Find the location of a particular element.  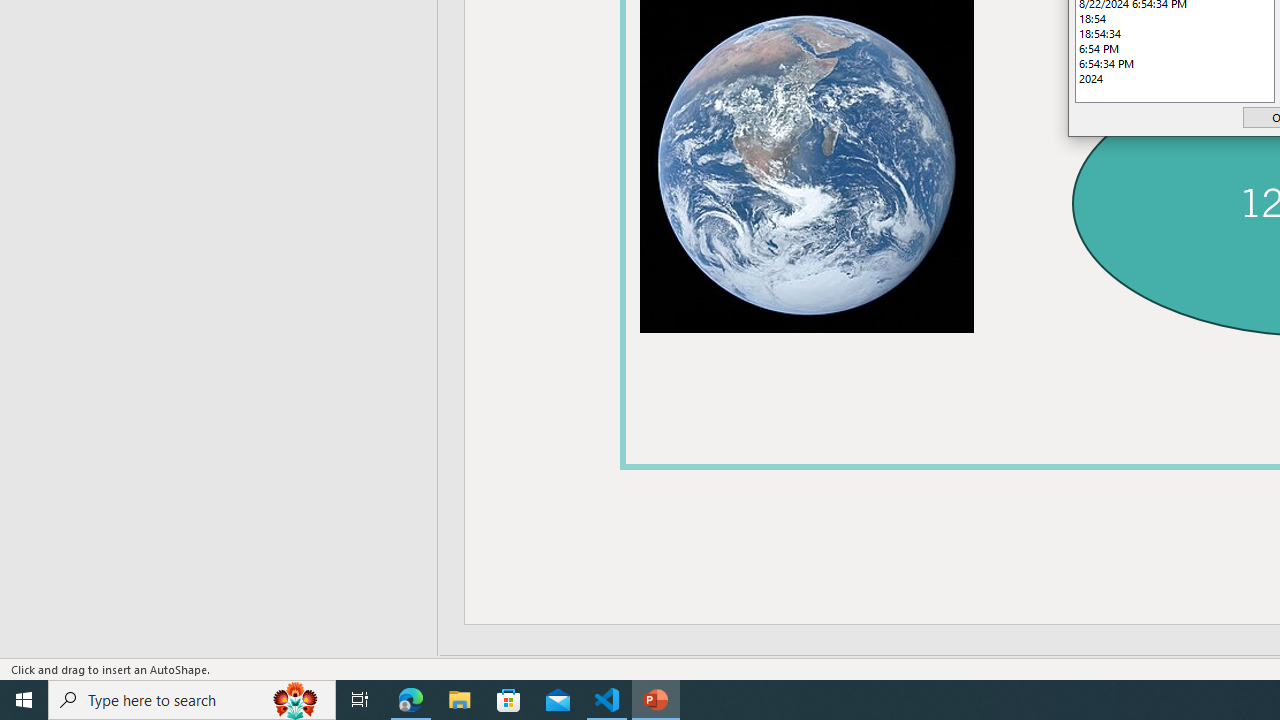

'Task View' is located at coordinates (359, 698).